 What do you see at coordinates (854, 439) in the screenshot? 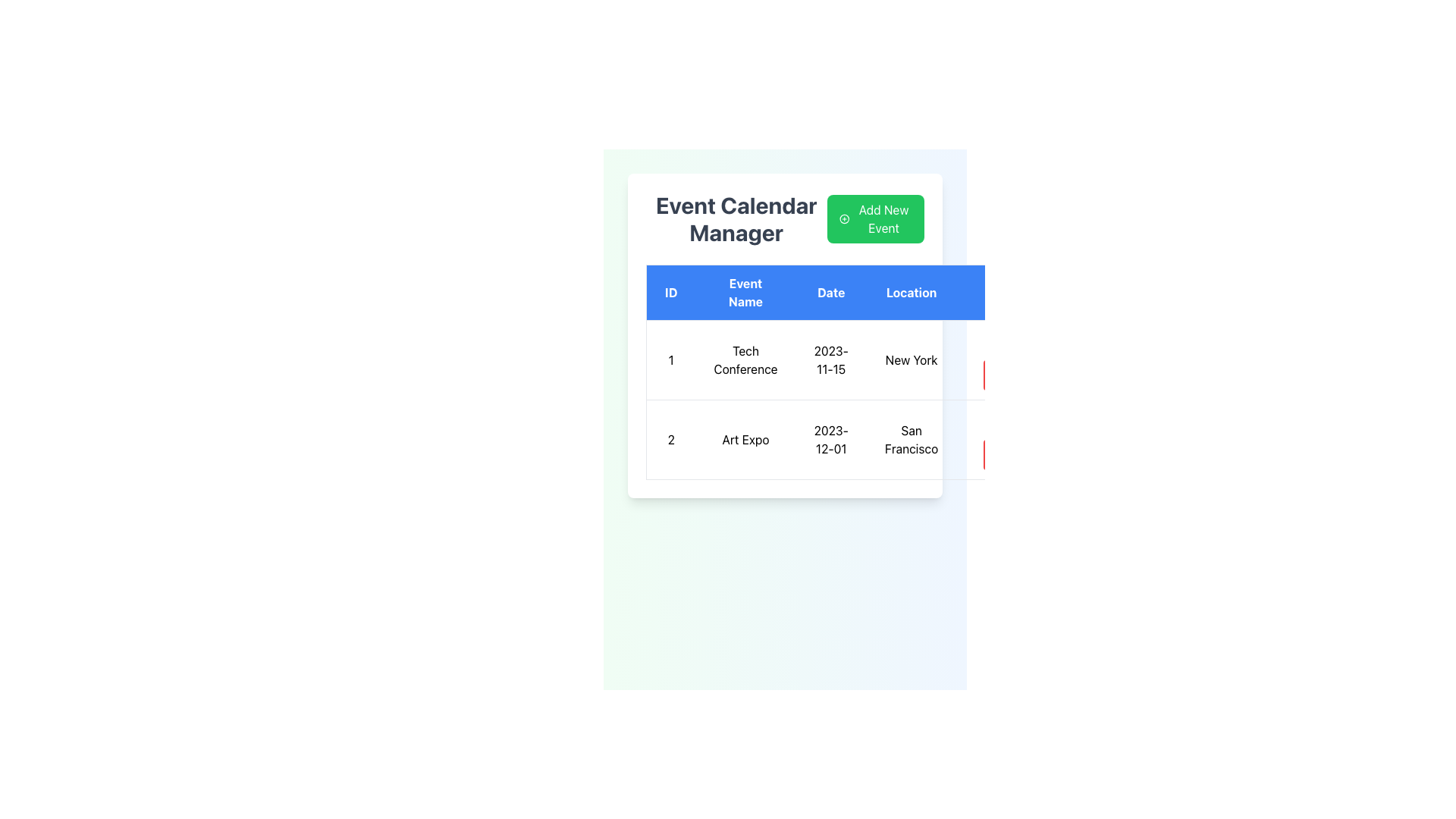
I see `the second row` at bounding box center [854, 439].